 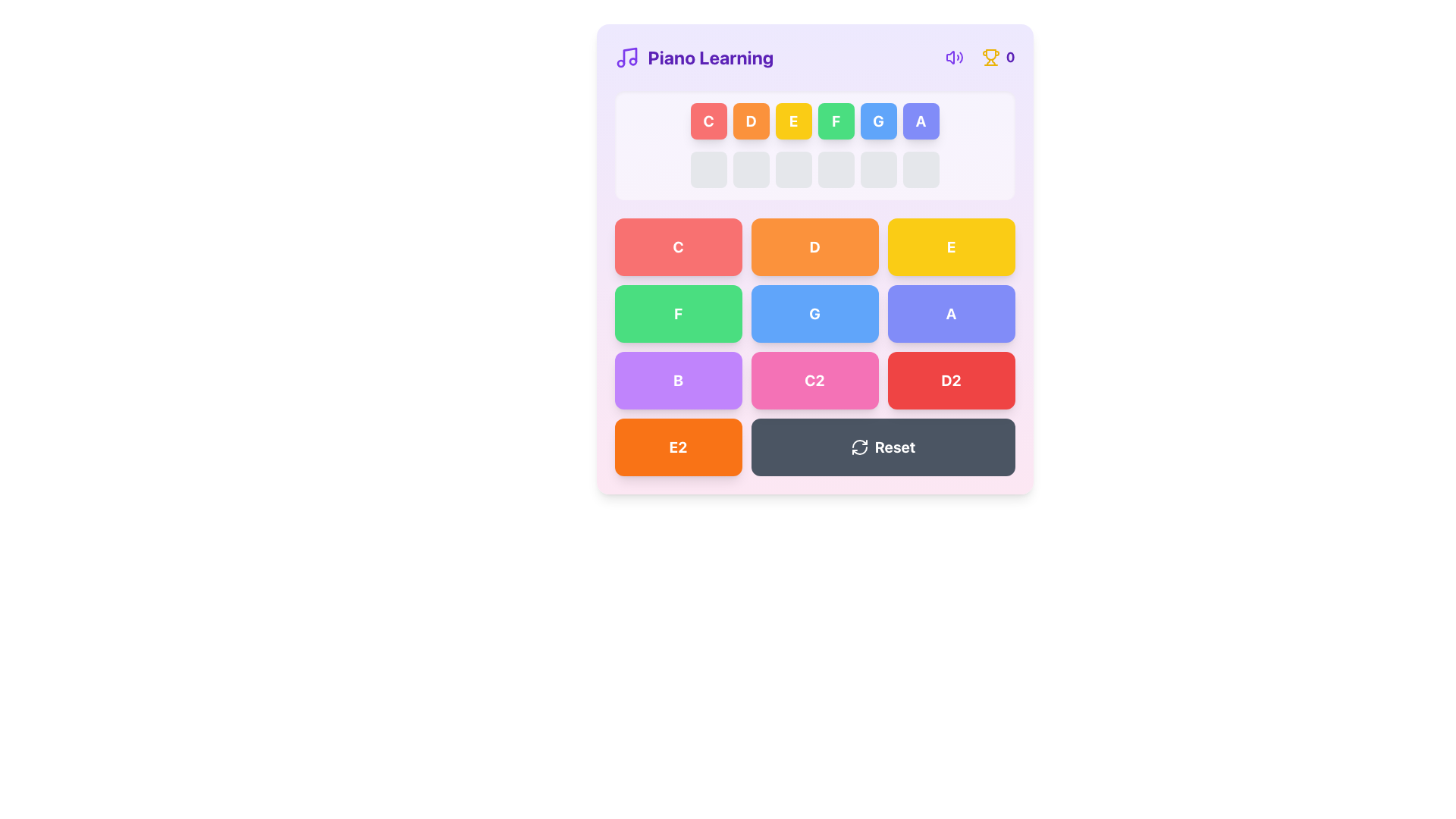 I want to click on the button representing the musical note 'G' located in the top portion of the interface, between the buttons 'F' and 'A', so click(x=878, y=120).